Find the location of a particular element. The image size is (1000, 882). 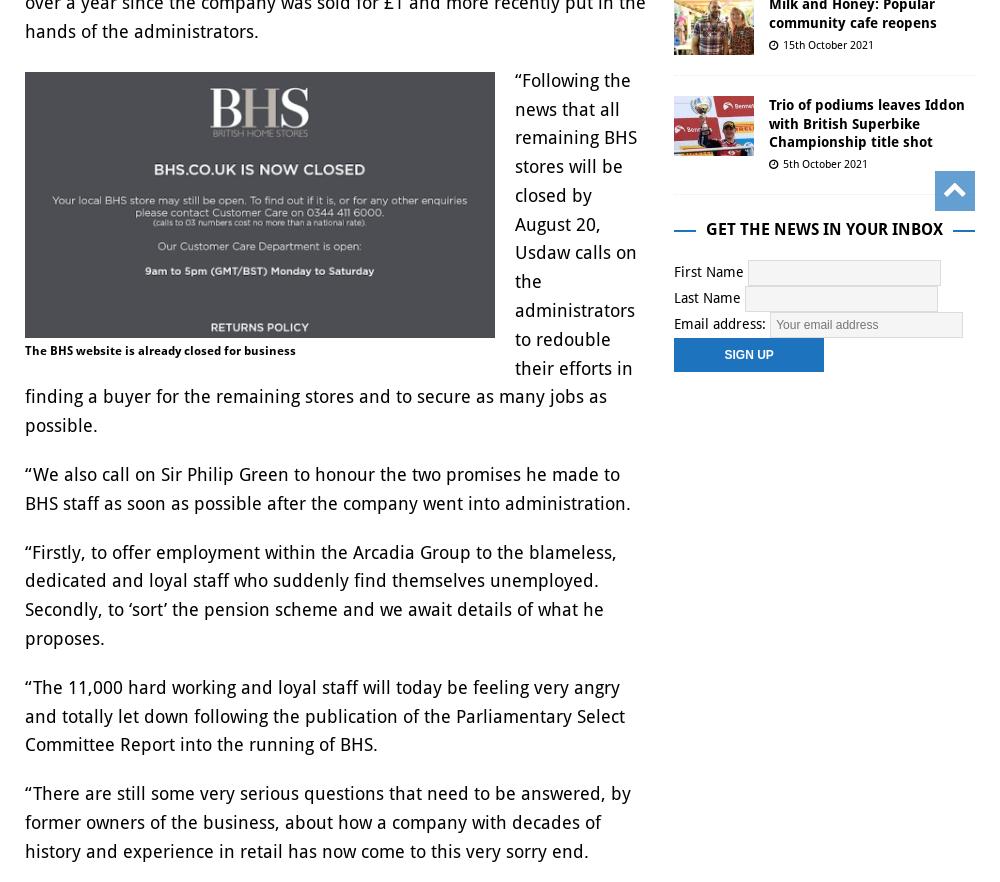

'“Following the news that all remaining BHS stores will be closed by August 20, Usdaw calls on the administrators to redouble their efforts in finding a buyer for the remaining stores and to secure as many jobs as possible.' is located at coordinates (330, 252).